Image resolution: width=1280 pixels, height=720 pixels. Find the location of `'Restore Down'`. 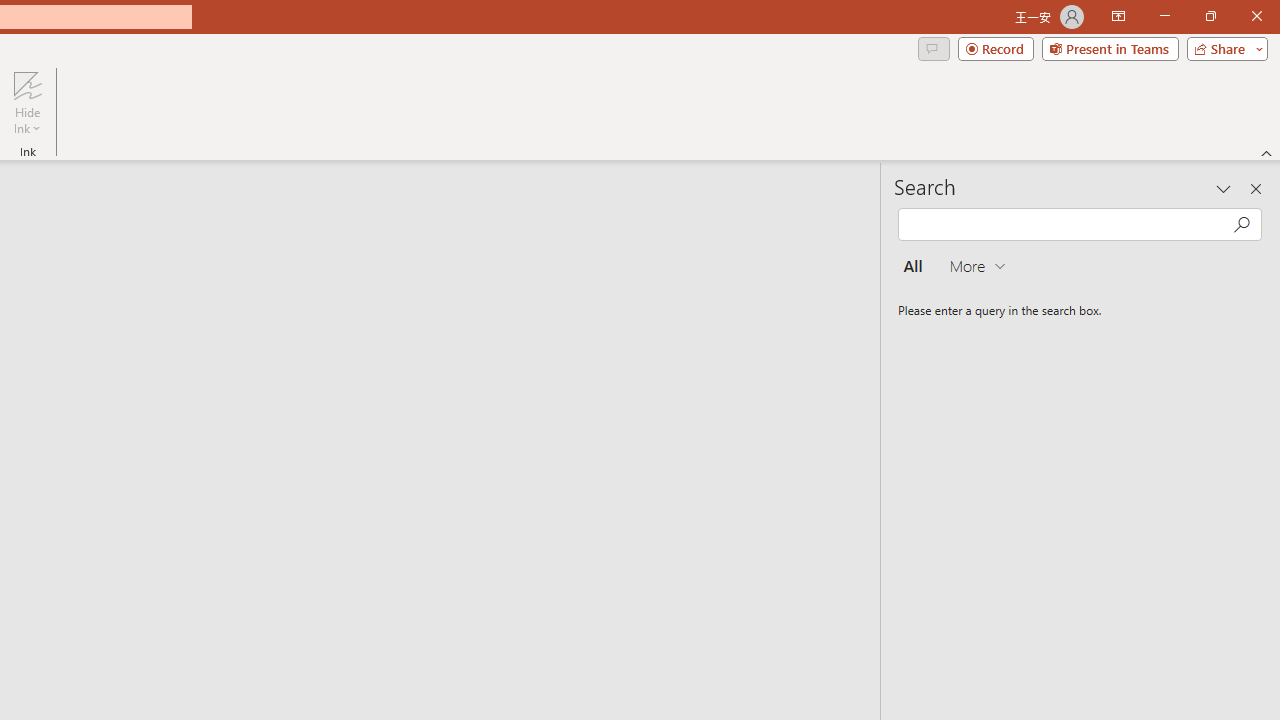

'Restore Down' is located at coordinates (1209, 16).